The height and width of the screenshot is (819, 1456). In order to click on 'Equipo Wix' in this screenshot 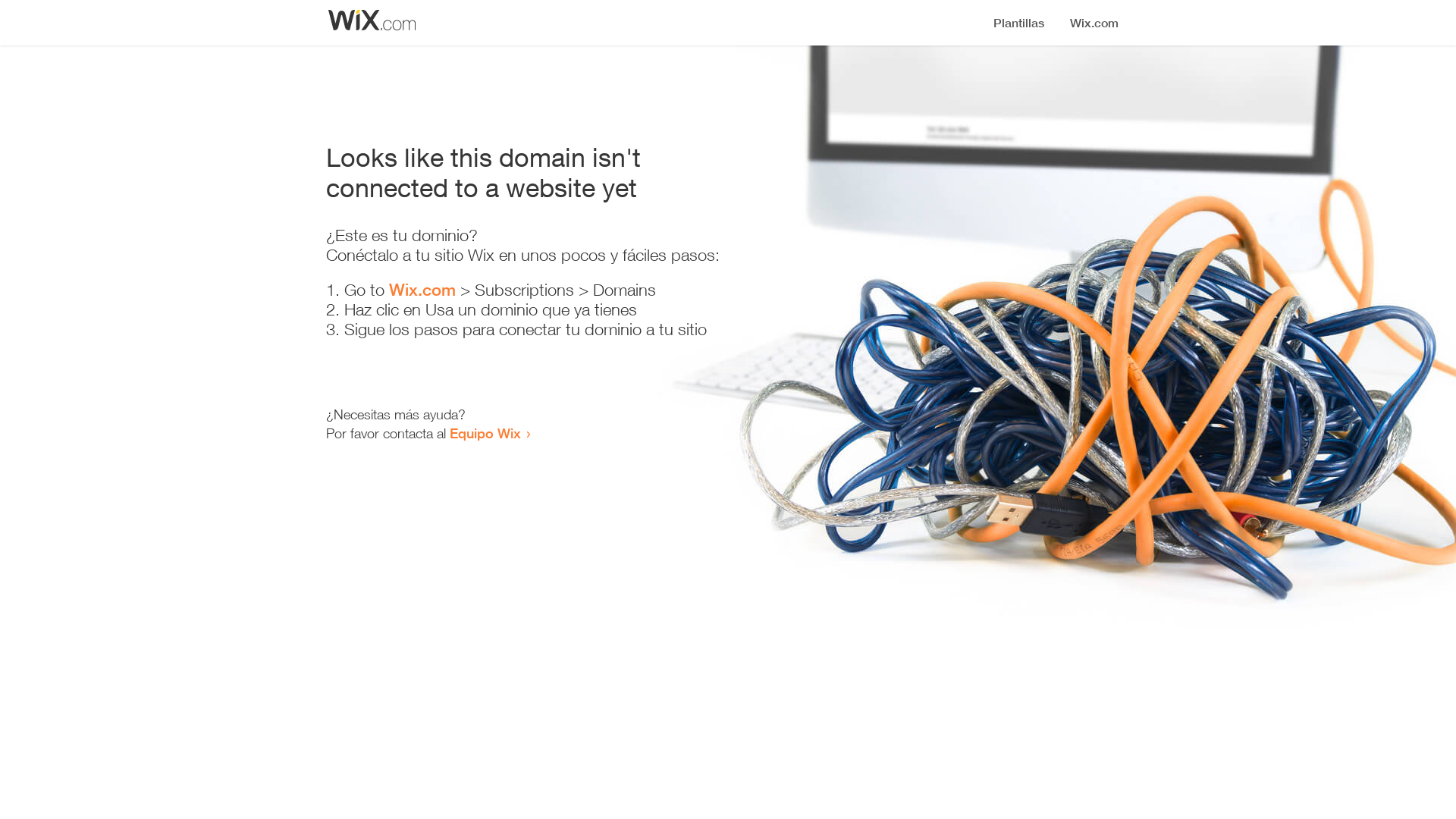, I will do `click(484, 432)`.